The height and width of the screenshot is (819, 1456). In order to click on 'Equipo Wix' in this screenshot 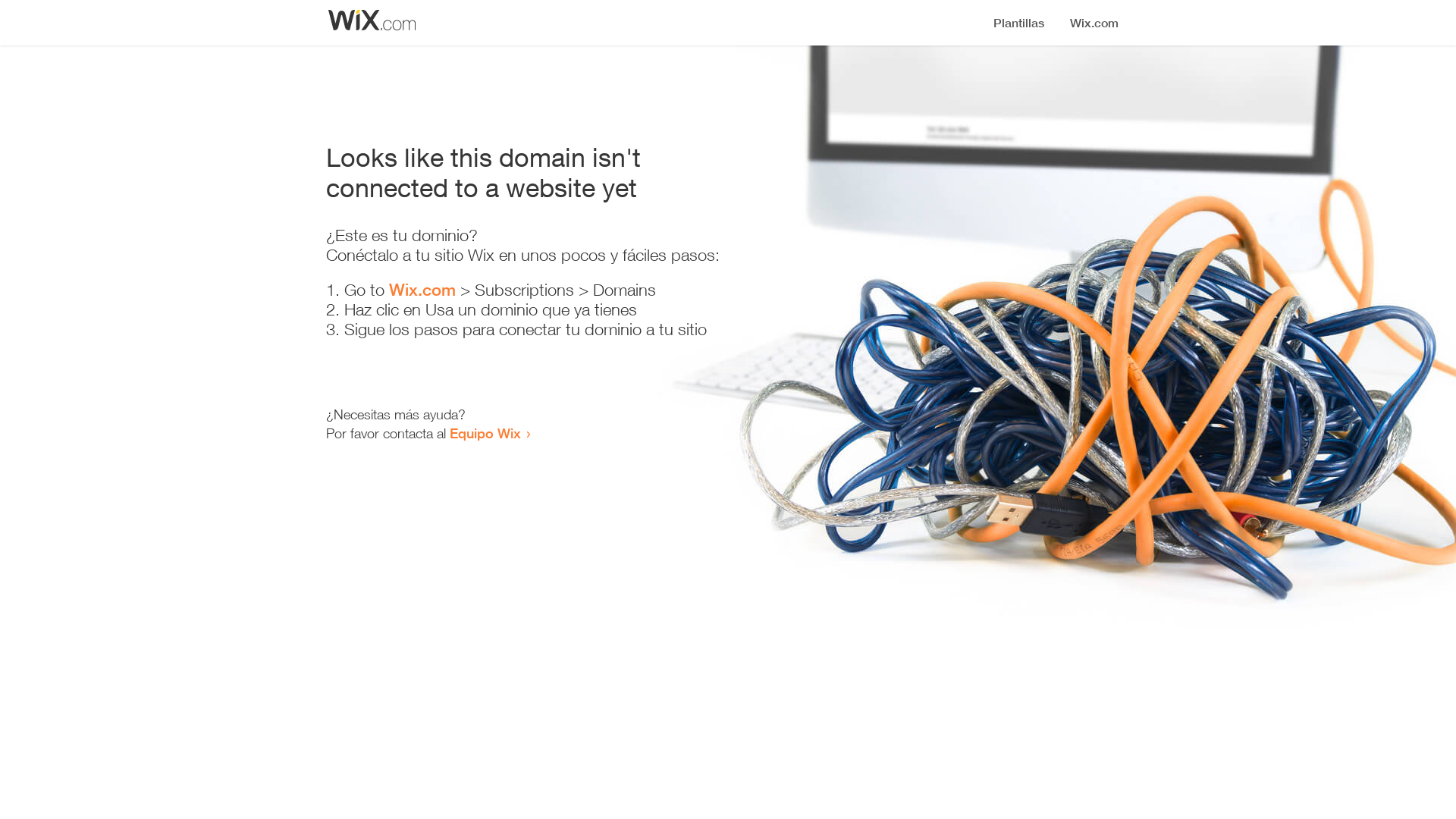, I will do `click(484, 432)`.